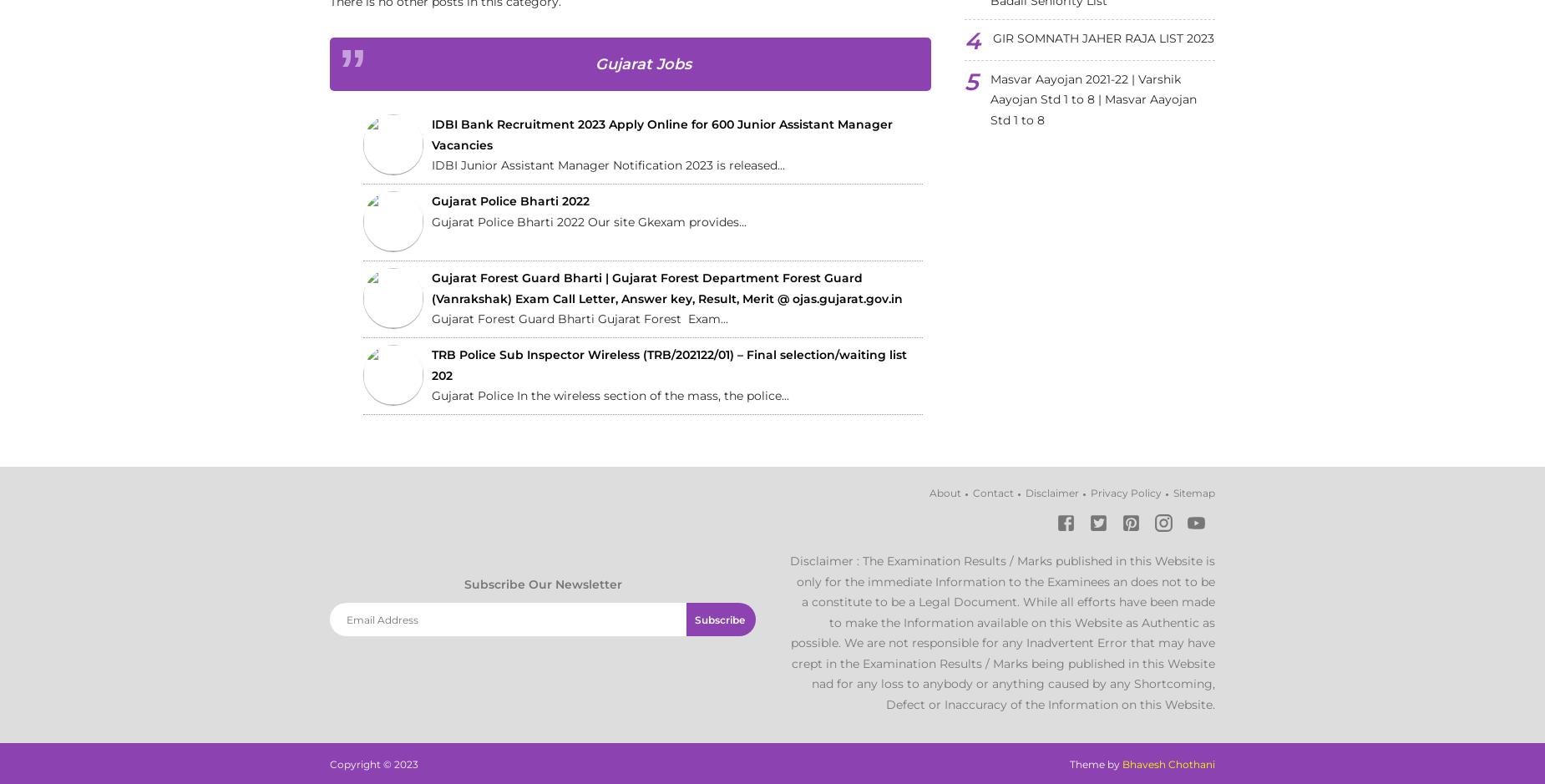 Image resolution: width=1545 pixels, height=784 pixels. Describe the element at coordinates (510, 201) in the screenshot. I see `'Gujarat Police Bharti 2022'` at that location.